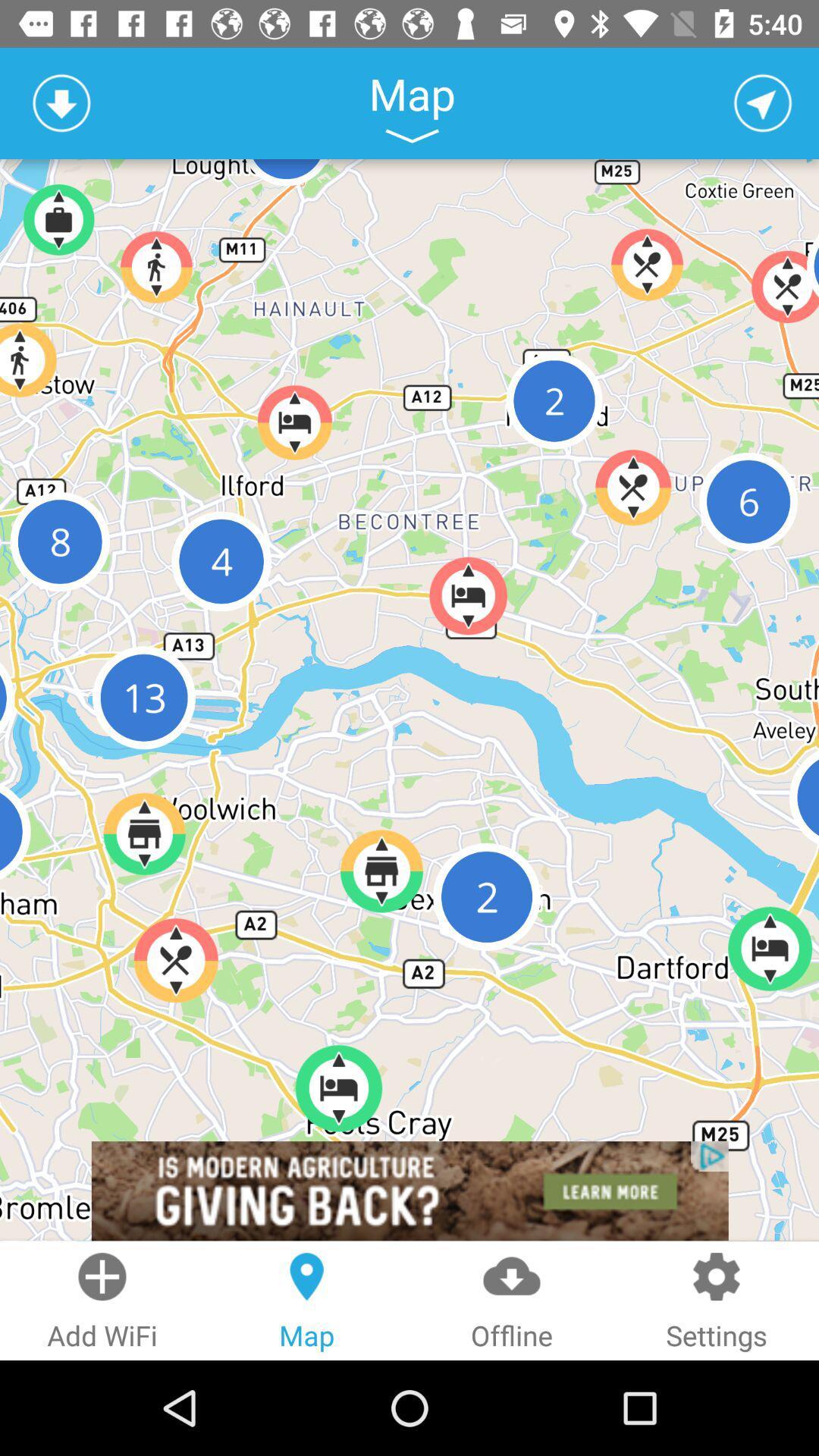 The height and width of the screenshot is (1456, 819). What do you see at coordinates (409, 1190) in the screenshot?
I see `advertisement banner` at bounding box center [409, 1190].